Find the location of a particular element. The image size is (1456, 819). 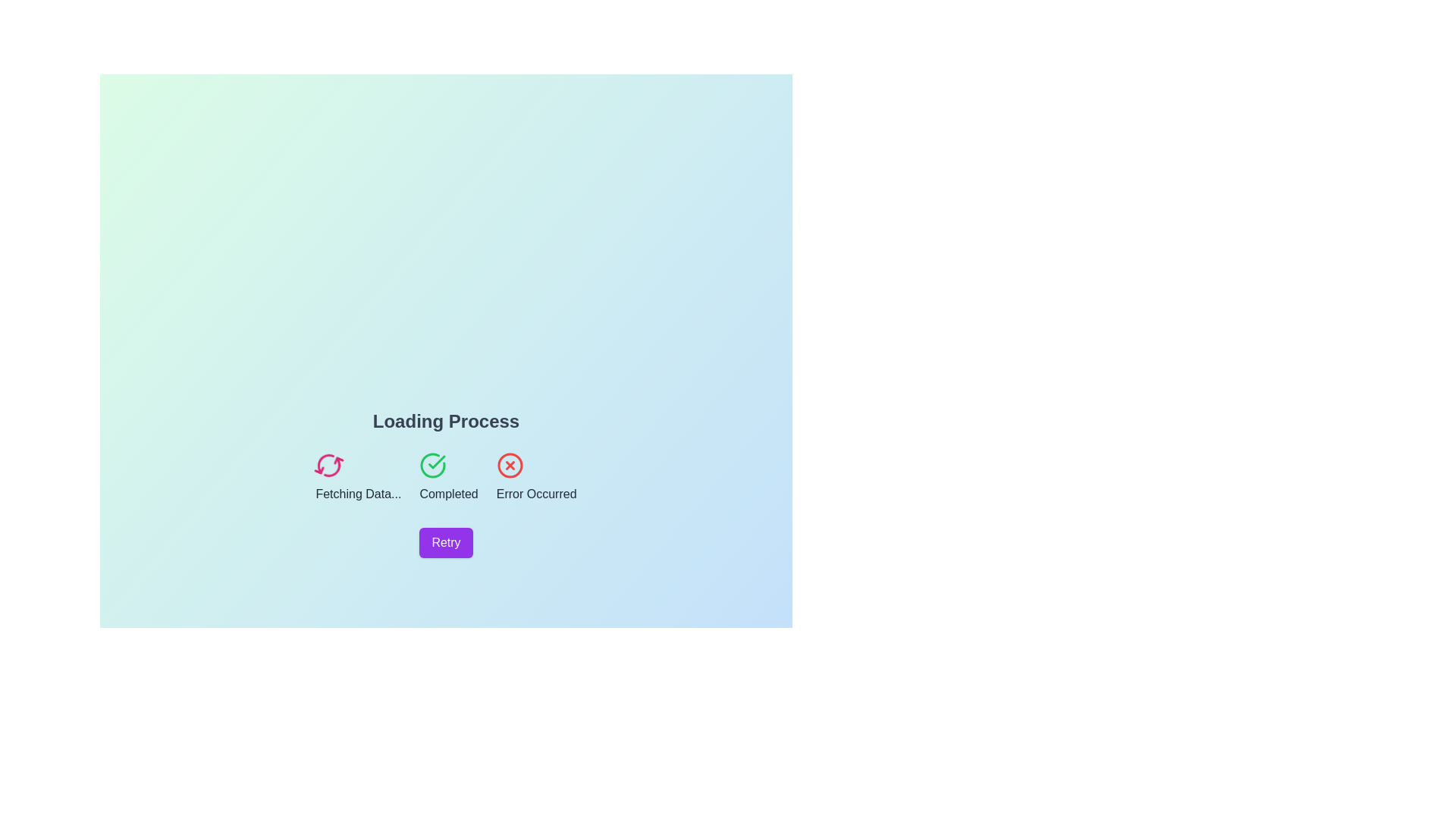

the success indication label located in the center of a row of status indicators, directly beneath a green checkmark icon, between 'Fetching Data...' and 'Error Occurred' is located at coordinates (448, 494).